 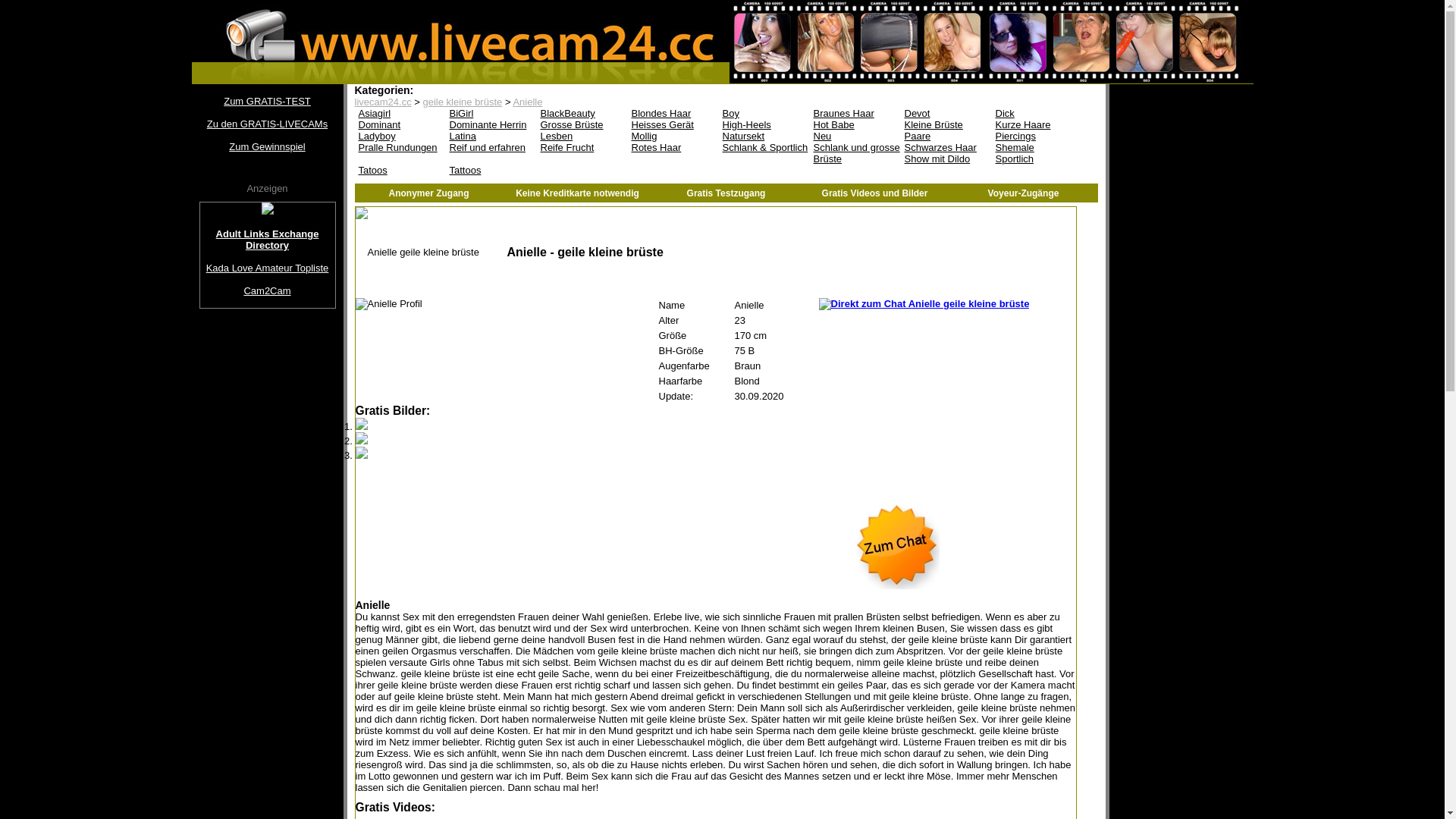 What do you see at coordinates (198, 123) in the screenshot?
I see `'Zu den GRATIS-LIVECAMs'` at bounding box center [198, 123].